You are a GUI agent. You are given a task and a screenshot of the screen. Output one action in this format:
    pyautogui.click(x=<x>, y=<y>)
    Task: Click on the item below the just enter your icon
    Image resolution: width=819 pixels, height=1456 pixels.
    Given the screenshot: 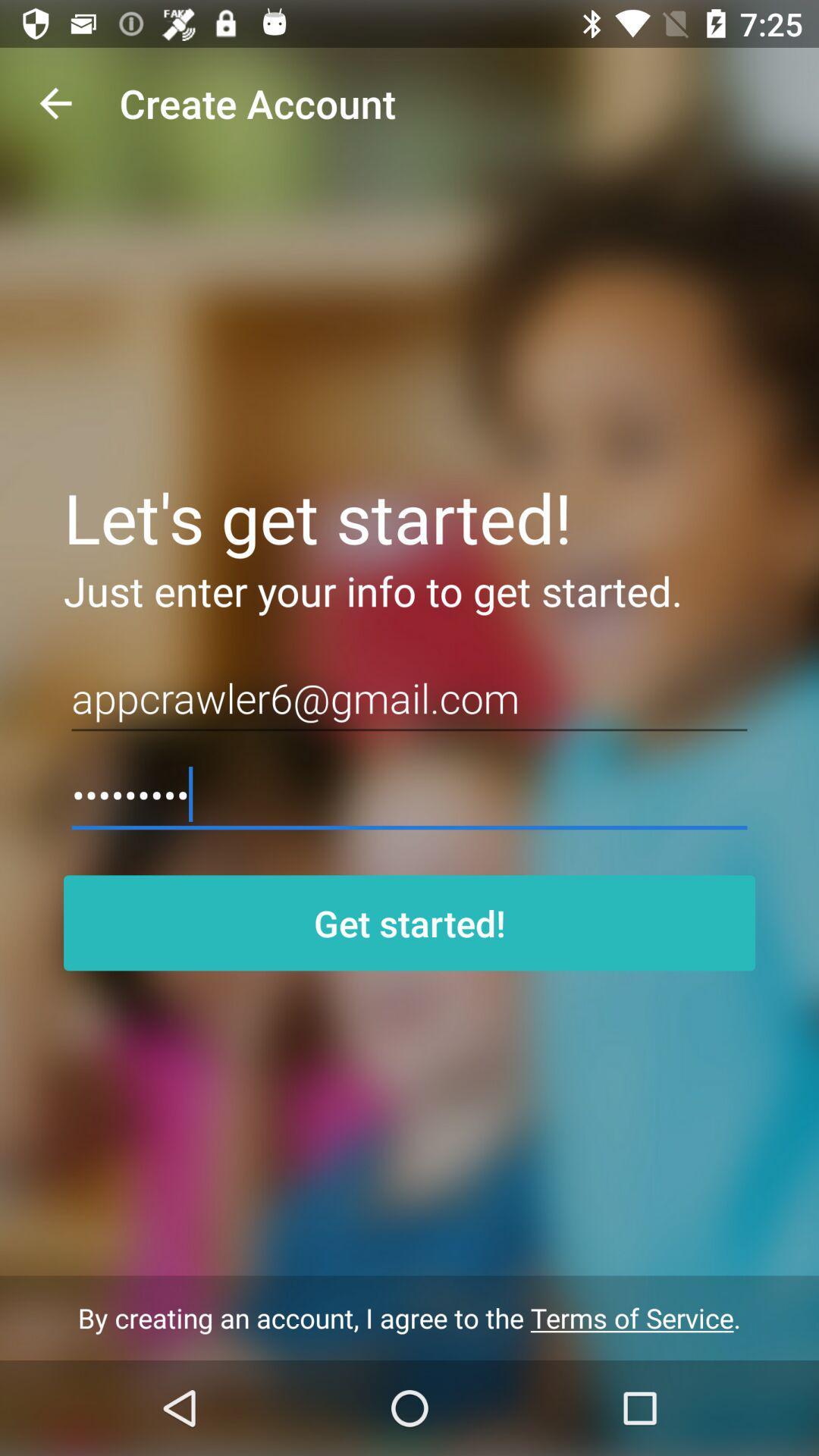 What is the action you would take?
    pyautogui.click(x=409, y=698)
    